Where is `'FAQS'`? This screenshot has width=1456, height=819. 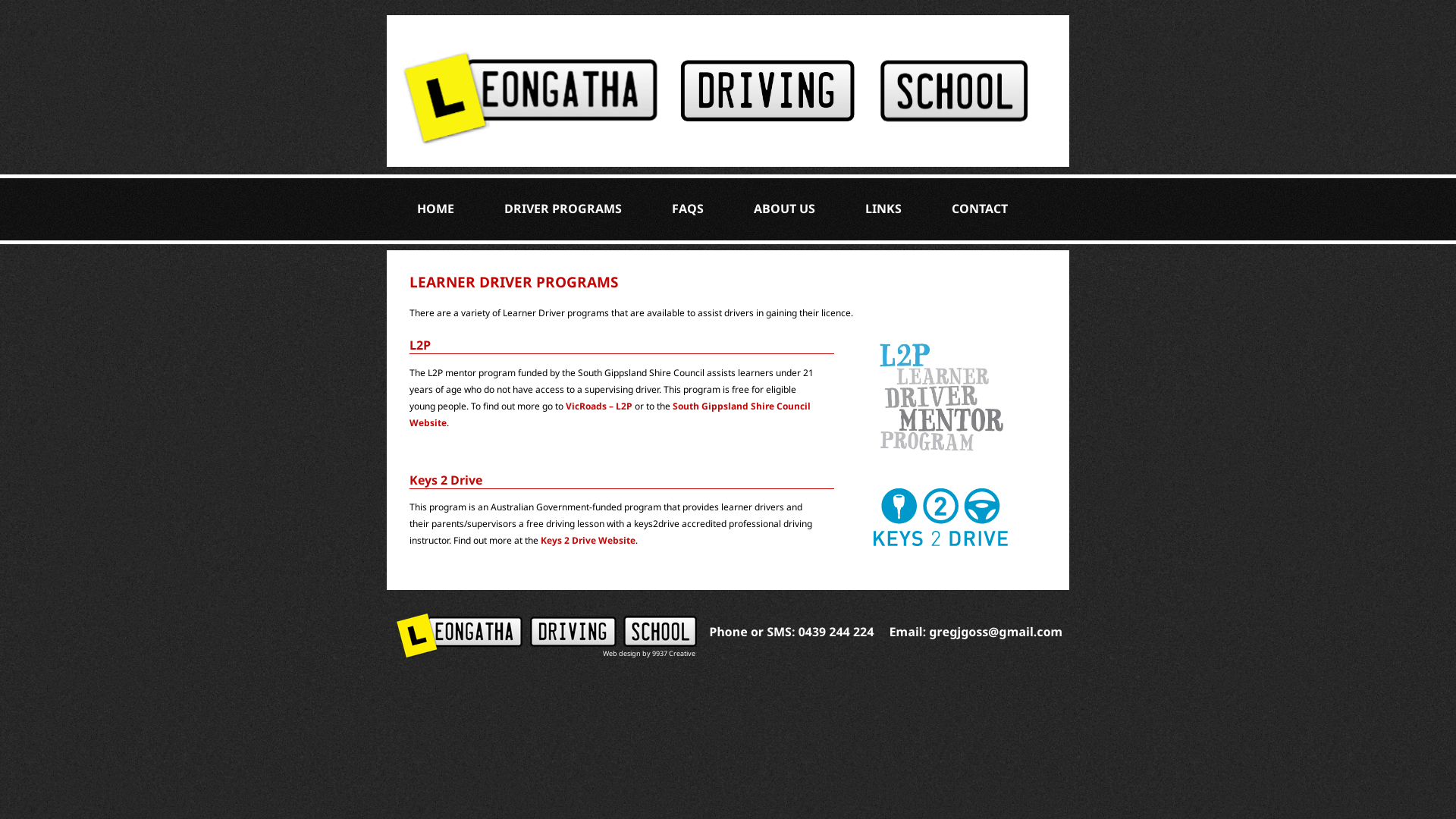 'FAQS' is located at coordinates (687, 208).